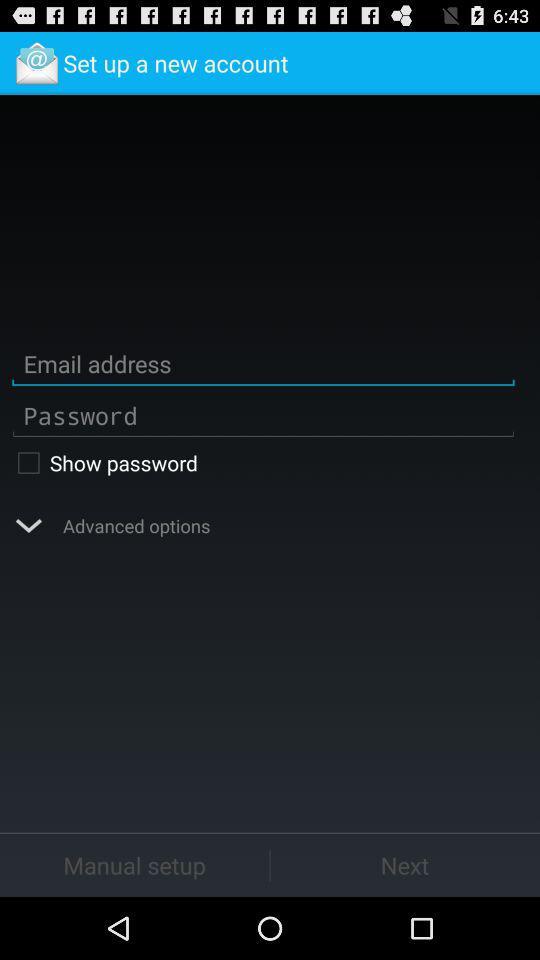  What do you see at coordinates (405, 864) in the screenshot?
I see `the item to the right of manual setup` at bounding box center [405, 864].